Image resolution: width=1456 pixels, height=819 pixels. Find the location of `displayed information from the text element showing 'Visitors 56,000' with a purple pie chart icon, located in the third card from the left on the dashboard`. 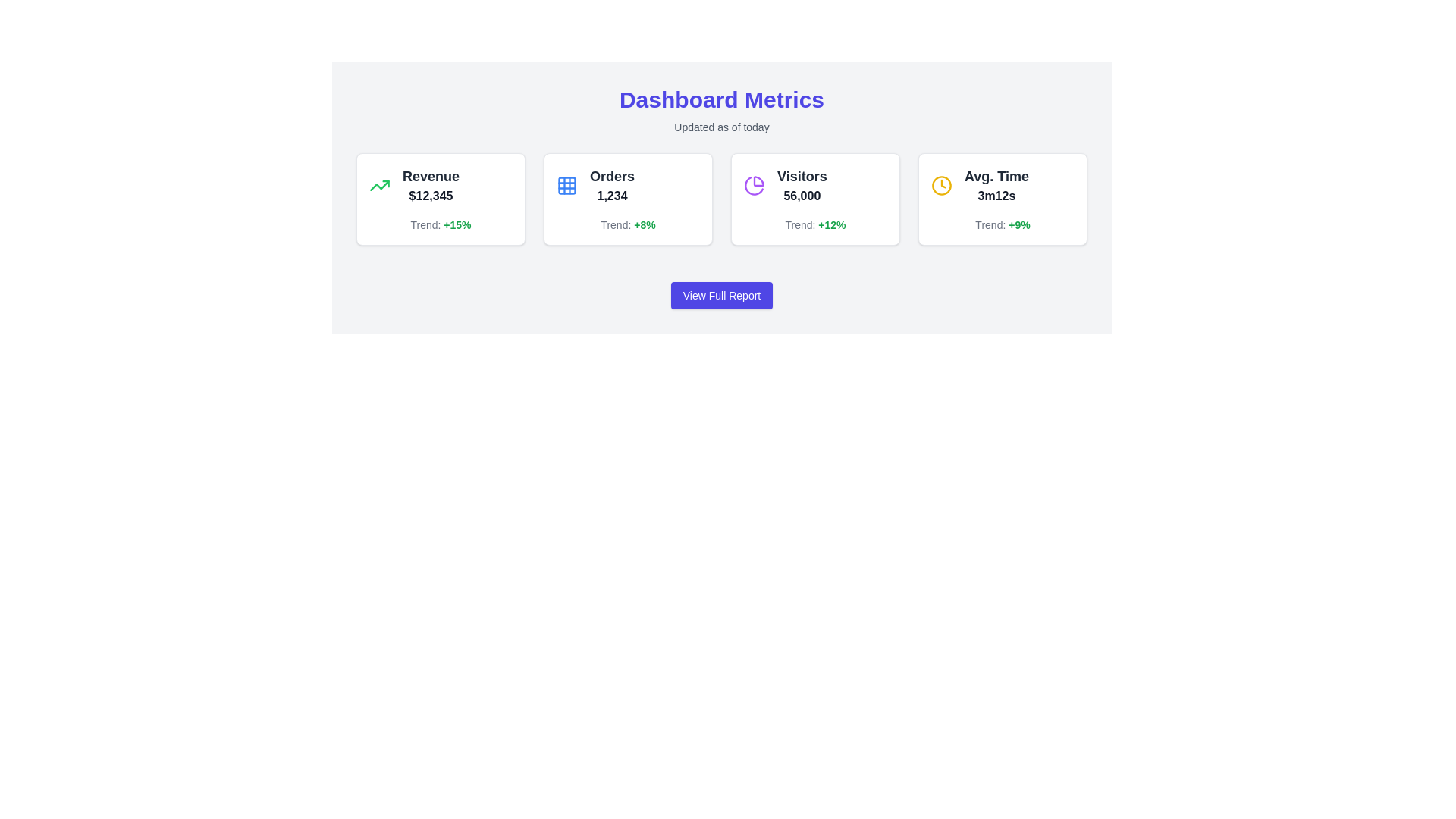

displayed information from the text element showing 'Visitors 56,000' with a purple pie chart icon, located in the third card from the left on the dashboard is located at coordinates (814, 185).